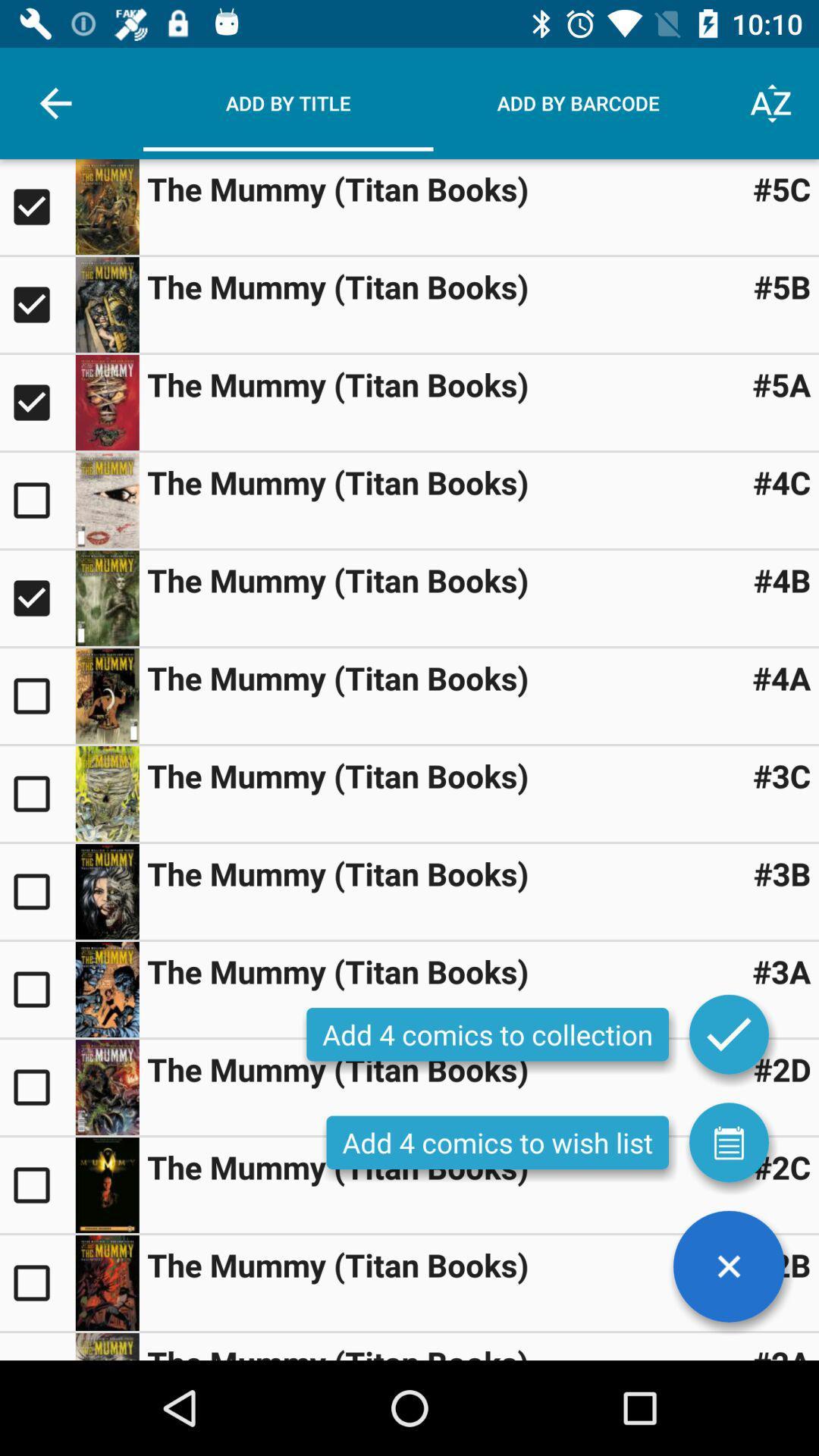 The height and width of the screenshot is (1456, 819). What do you see at coordinates (36, 304) in the screenshot?
I see `selection for that comic` at bounding box center [36, 304].